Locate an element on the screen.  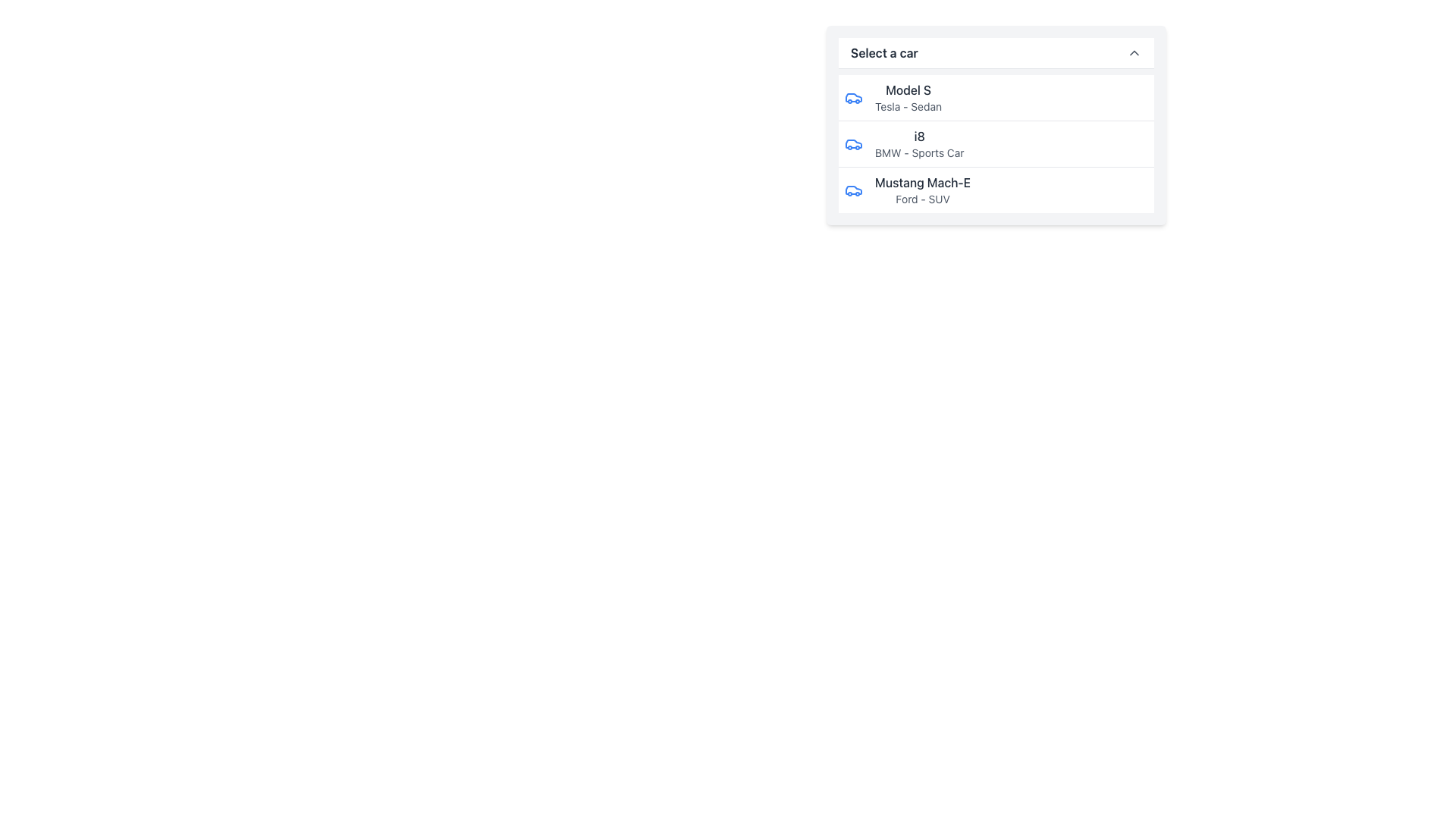
text label 'Mustang Mach-E' which is styled with a medium weight font in dark gray color, located in the dropdown list for car models is located at coordinates (922, 181).